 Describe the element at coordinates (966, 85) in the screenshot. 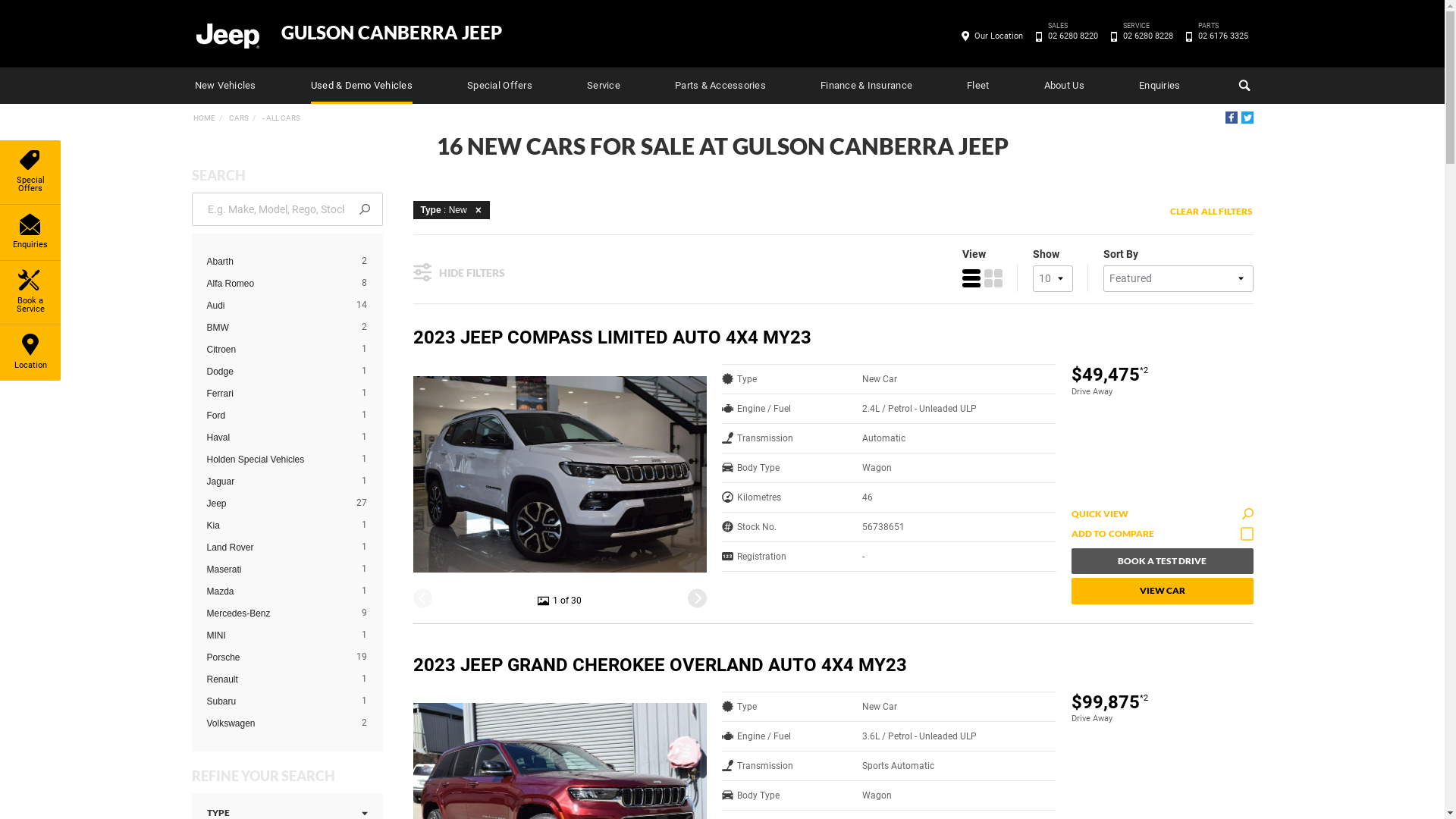

I see `'Fleet'` at that location.